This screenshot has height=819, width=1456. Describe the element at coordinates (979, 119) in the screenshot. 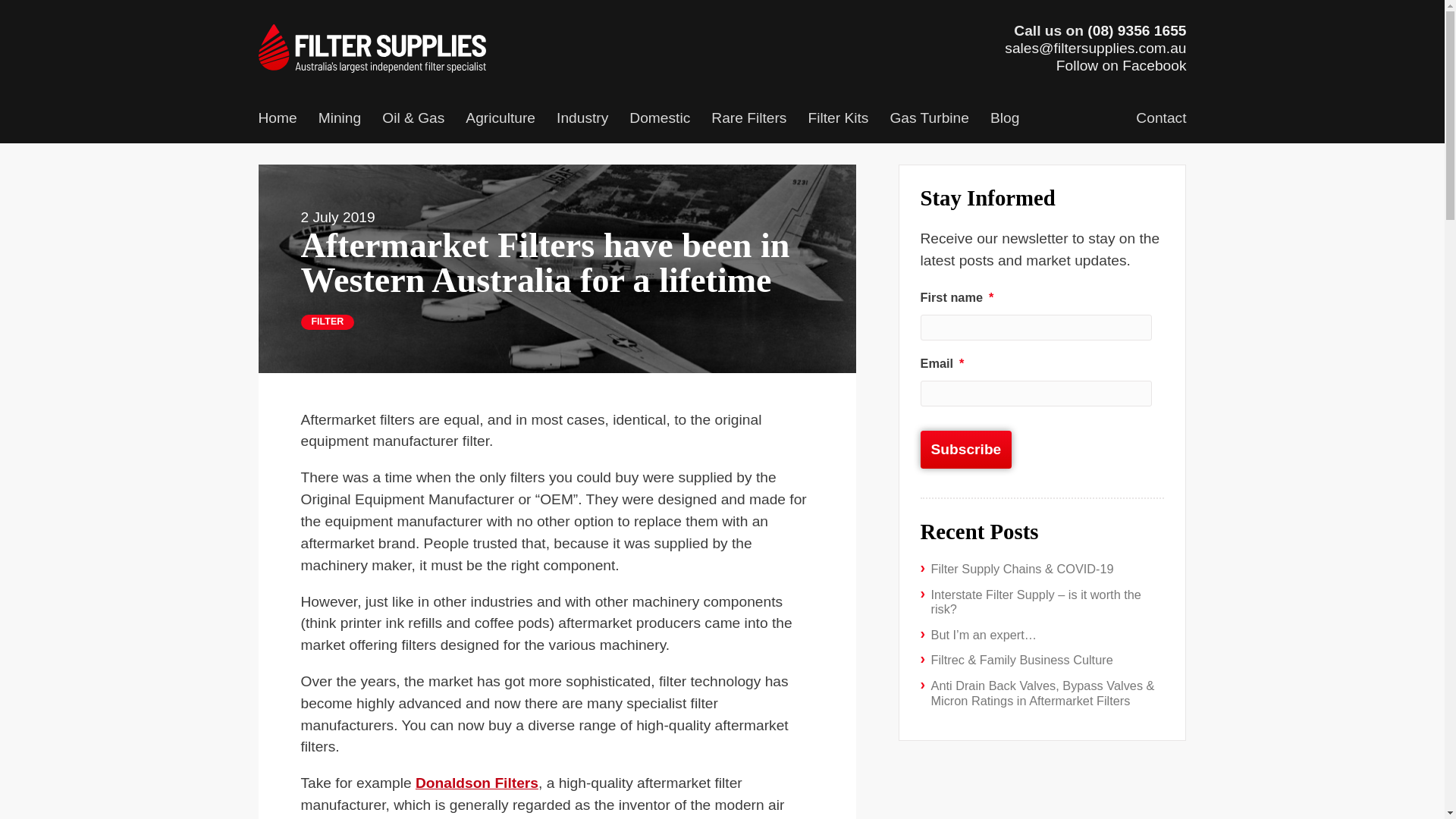

I see `'Blog'` at that location.